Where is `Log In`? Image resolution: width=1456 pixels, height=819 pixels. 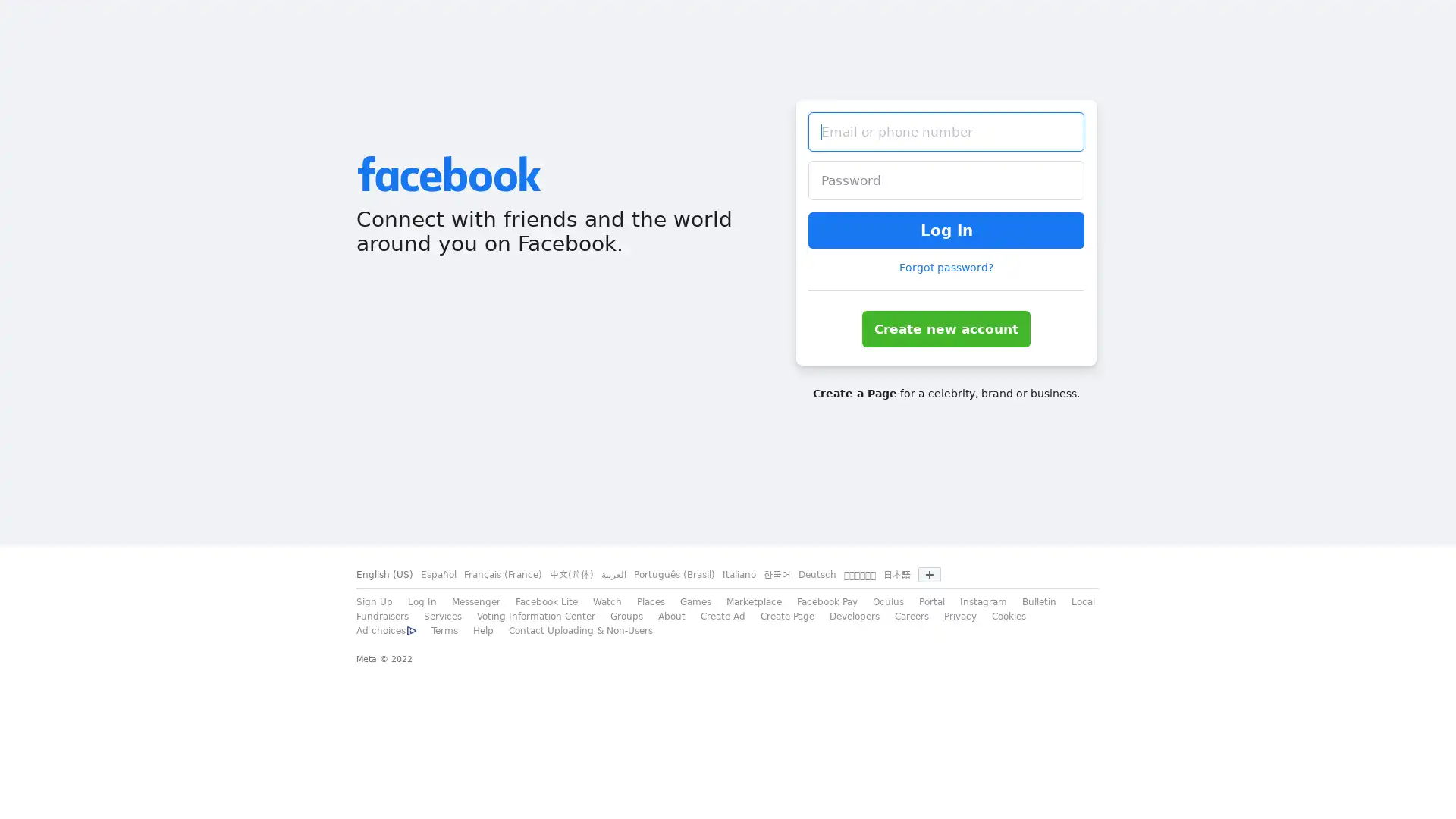 Log In is located at coordinates (946, 231).